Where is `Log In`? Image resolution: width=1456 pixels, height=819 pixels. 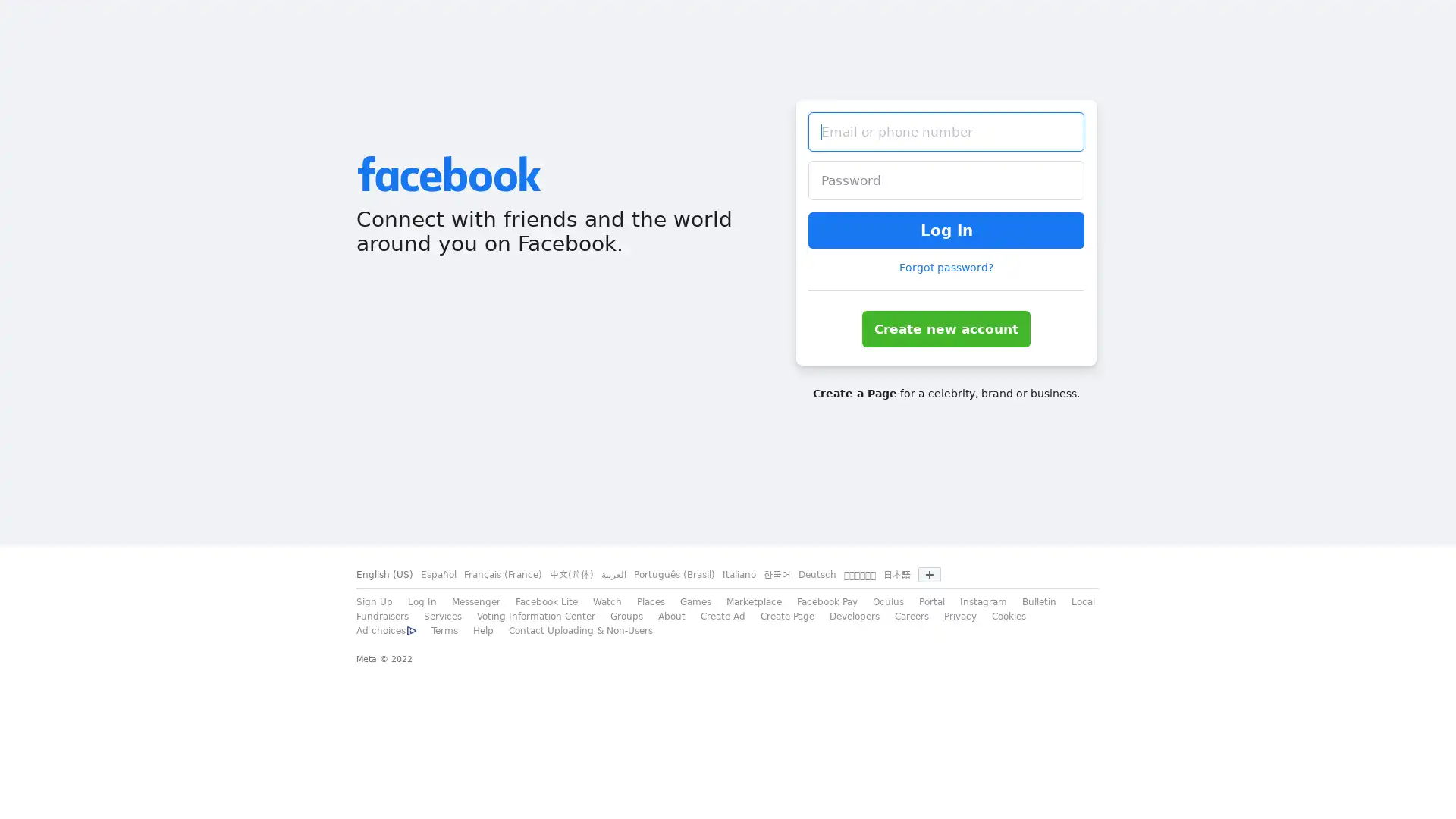 Log In is located at coordinates (946, 231).